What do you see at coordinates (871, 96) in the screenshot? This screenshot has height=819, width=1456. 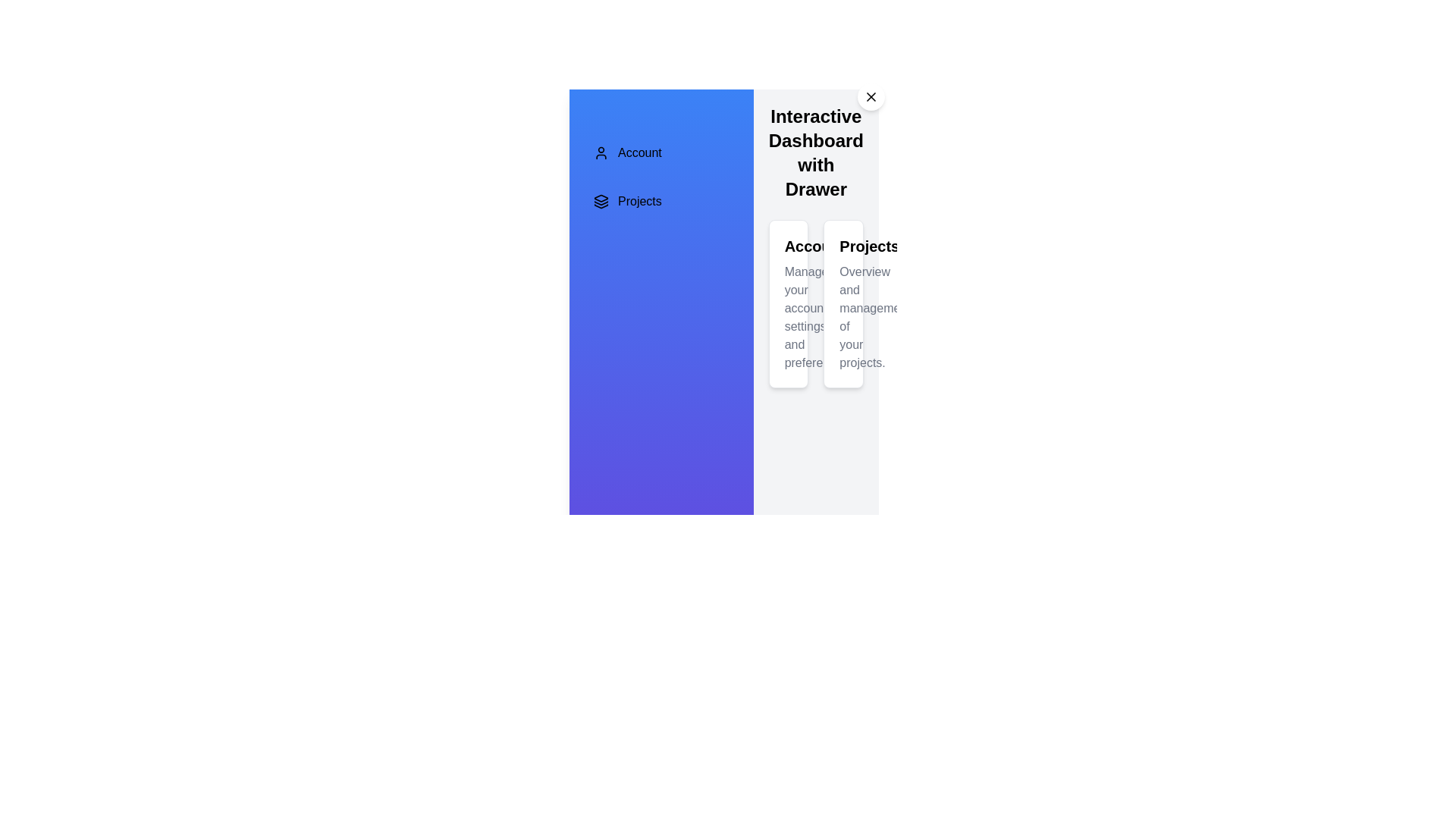 I see `toggle button in the top-right corner of the drawer to toggle its state` at bounding box center [871, 96].